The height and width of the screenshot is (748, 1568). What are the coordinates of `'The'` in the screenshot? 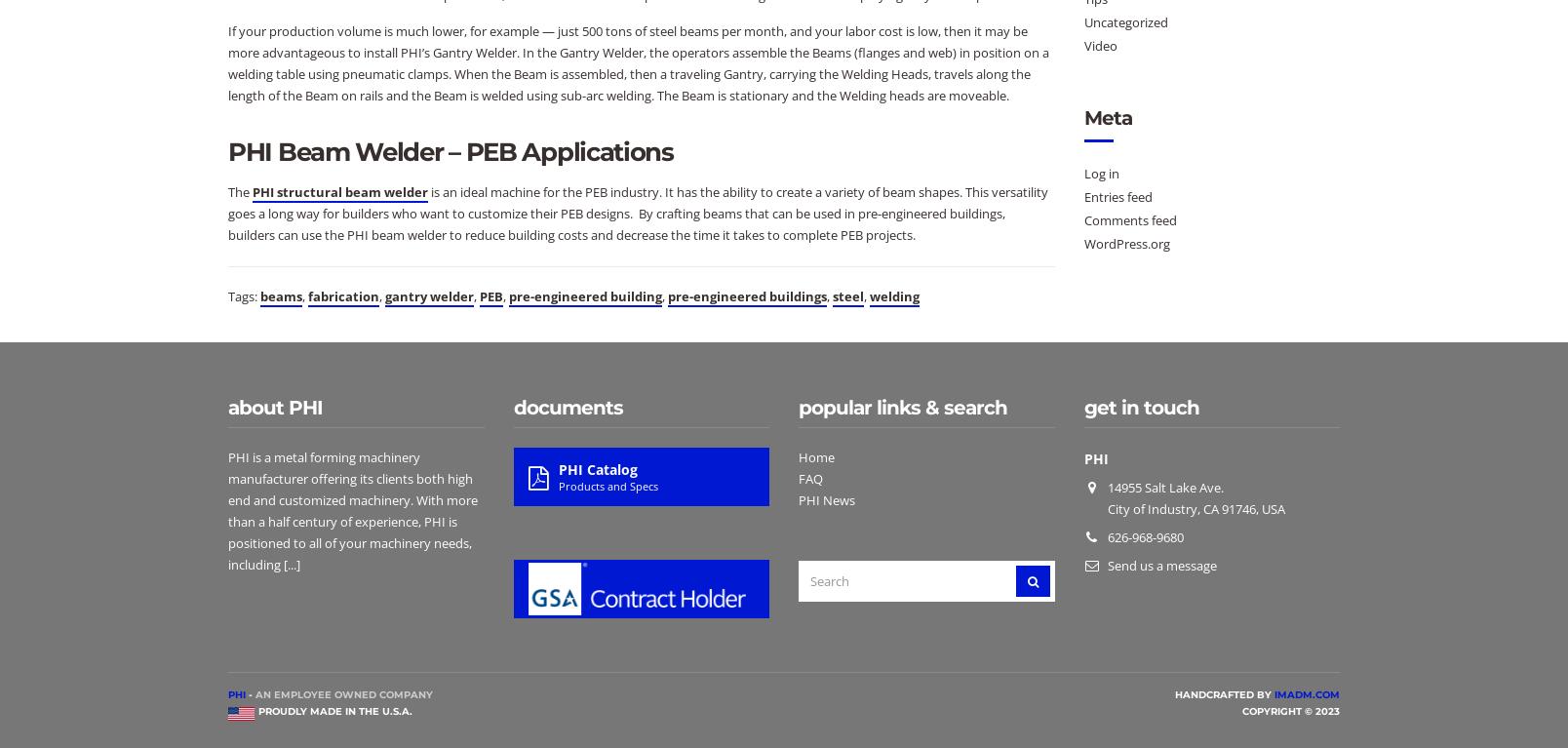 It's located at (240, 191).